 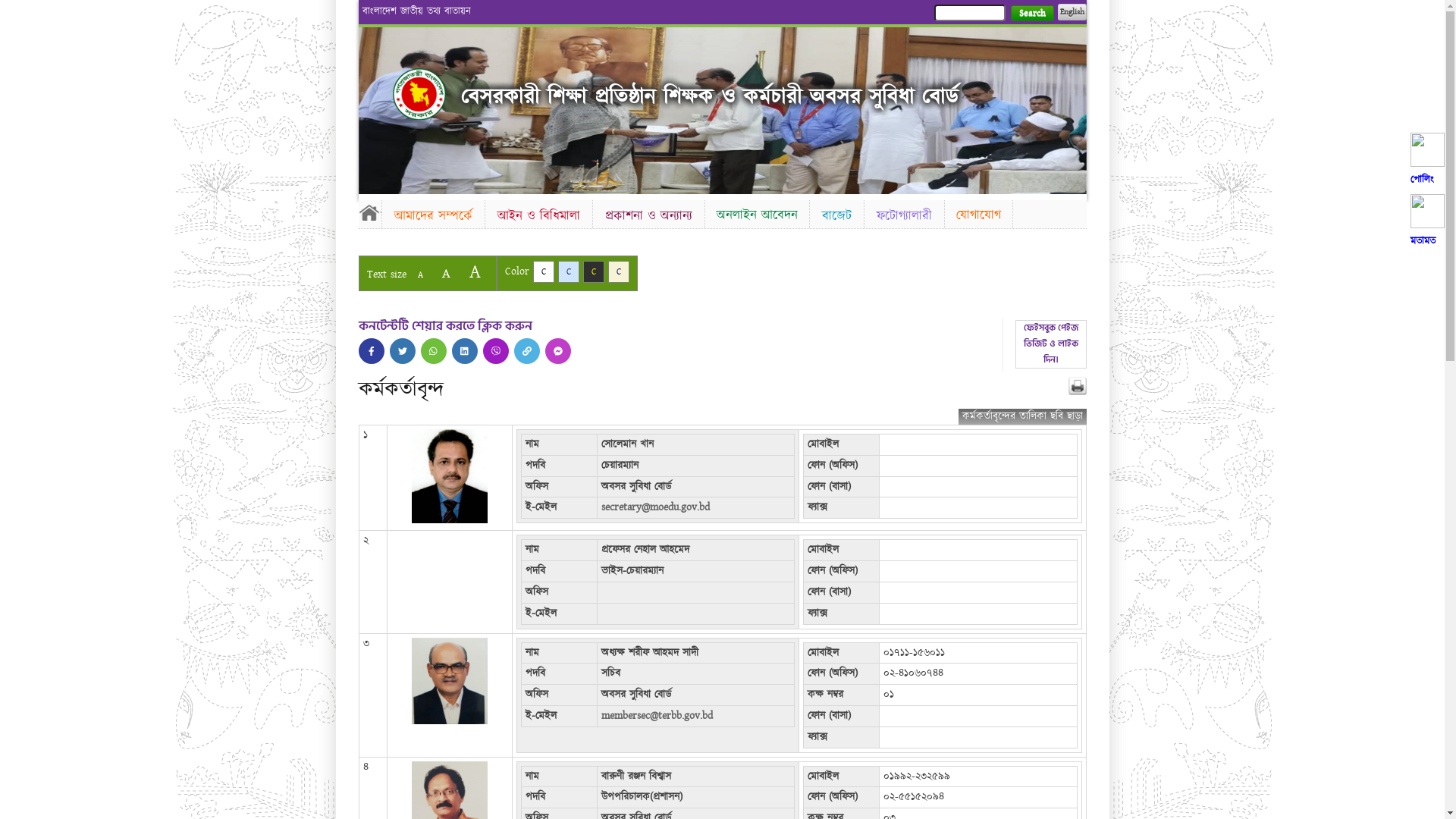 What do you see at coordinates (1056, 11) in the screenshot?
I see `'English'` at bounding box center [1056, 11].